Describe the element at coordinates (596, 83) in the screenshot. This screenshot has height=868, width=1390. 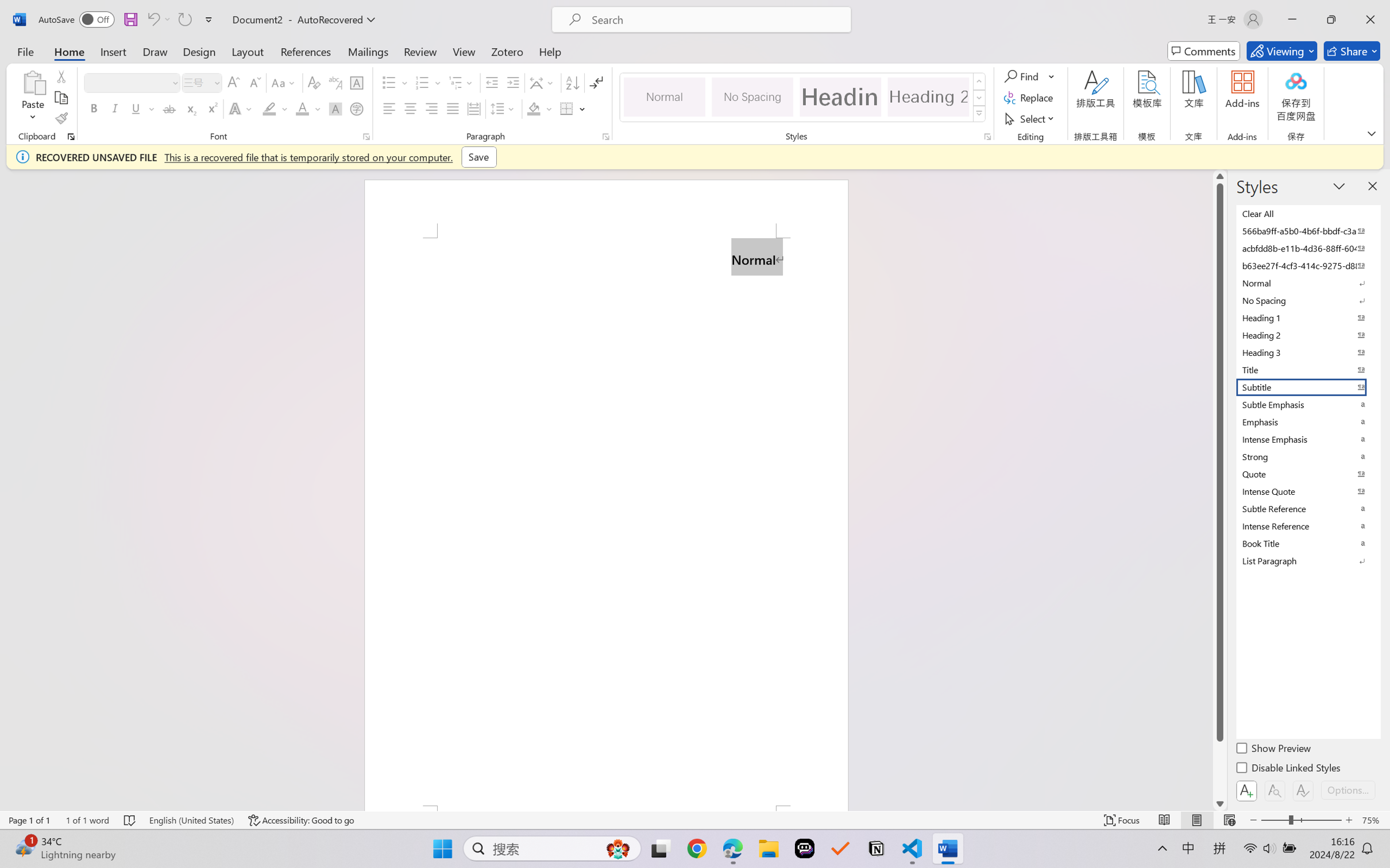
I see `'Show/Hide Editing Marks'` at that location.